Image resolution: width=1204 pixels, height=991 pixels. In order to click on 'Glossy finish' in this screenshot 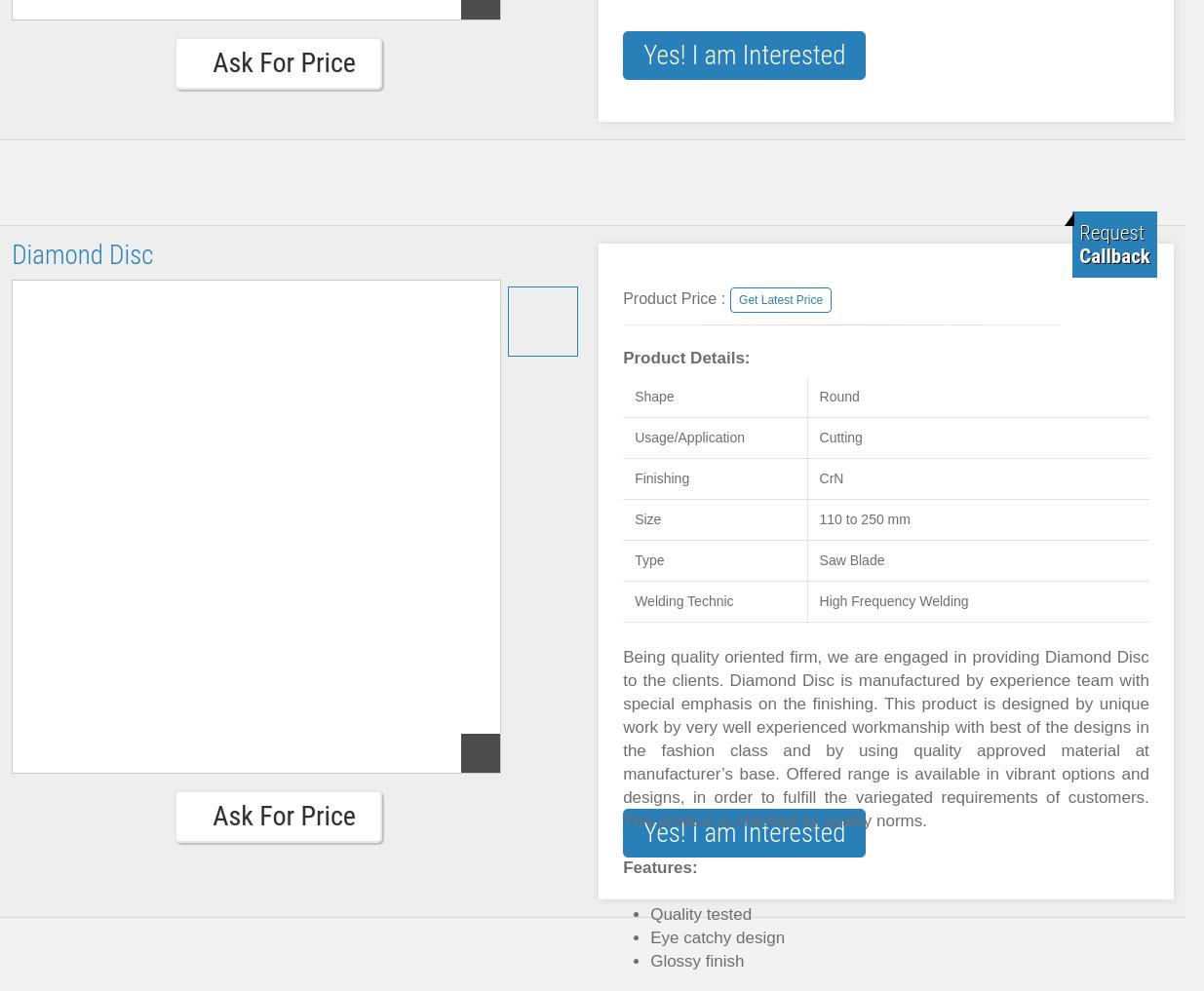, I will do `click(696, 961)`.